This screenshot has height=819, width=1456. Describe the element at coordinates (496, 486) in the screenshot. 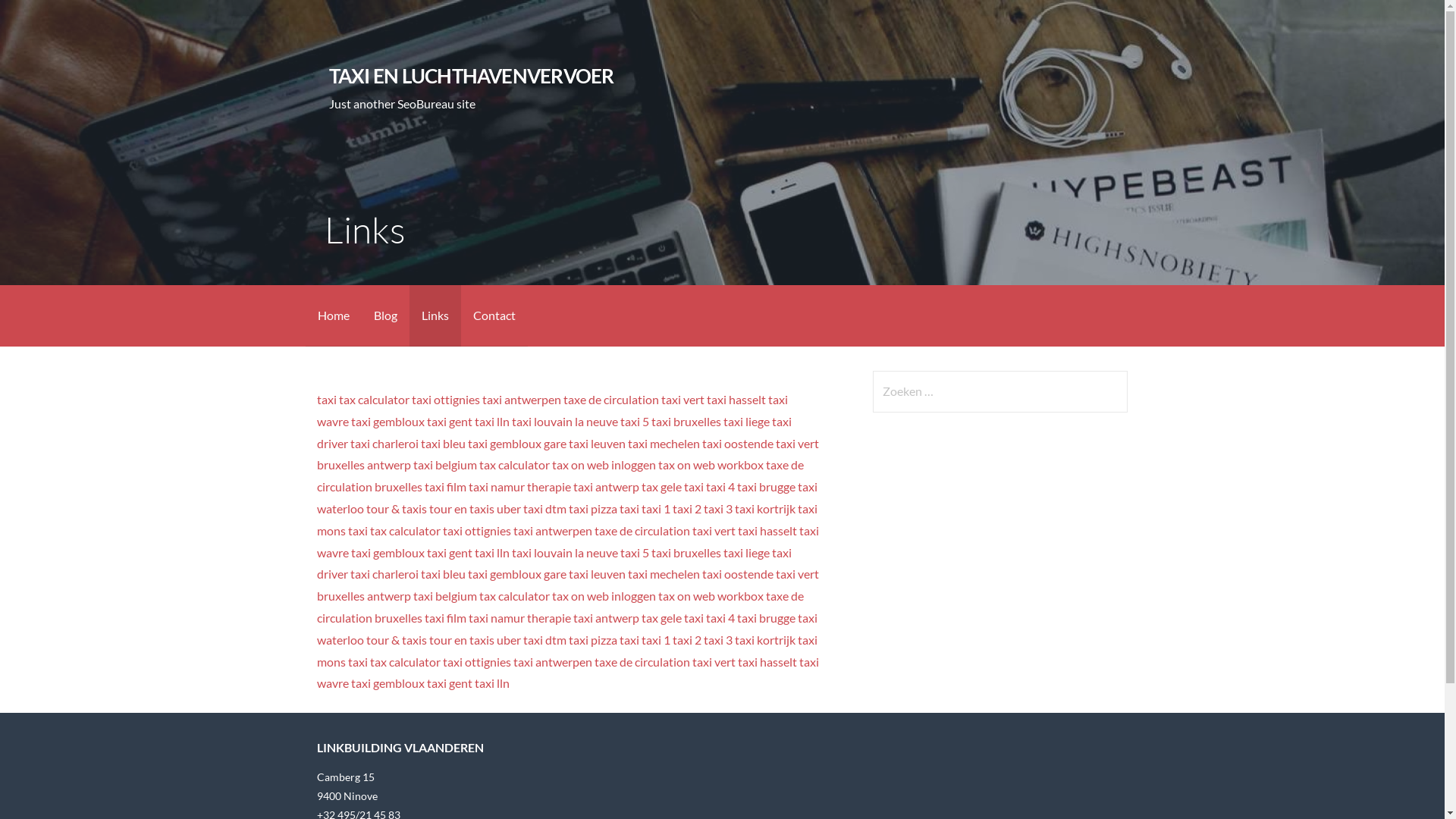

I see `'taxi namur'` at that location.